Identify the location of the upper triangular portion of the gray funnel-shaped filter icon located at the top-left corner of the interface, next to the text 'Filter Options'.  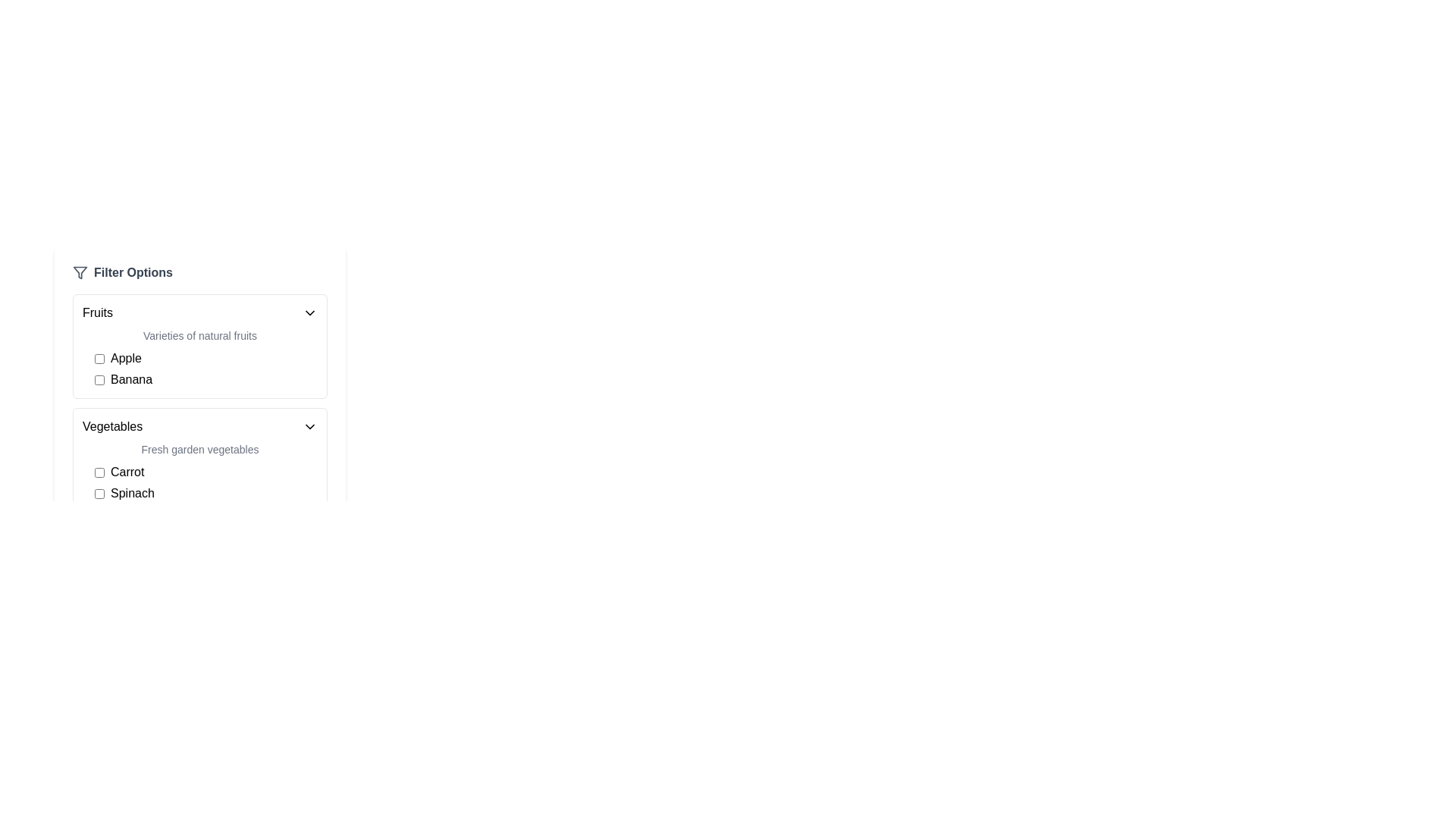
(79, 271).